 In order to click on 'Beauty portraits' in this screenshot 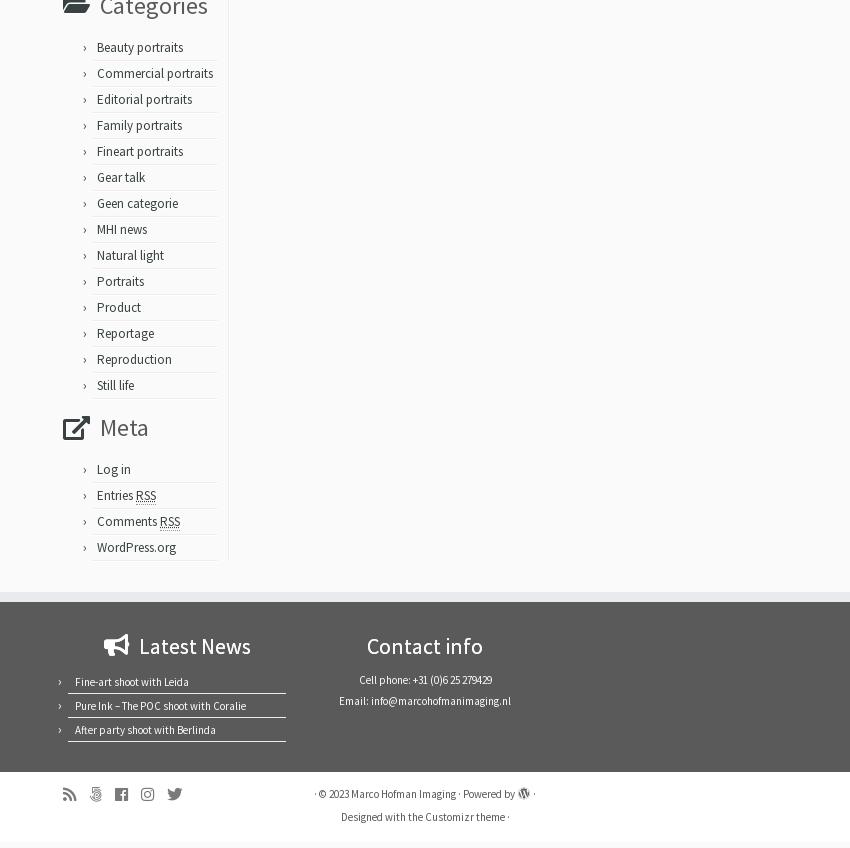, I will do `click(95, 54)`.